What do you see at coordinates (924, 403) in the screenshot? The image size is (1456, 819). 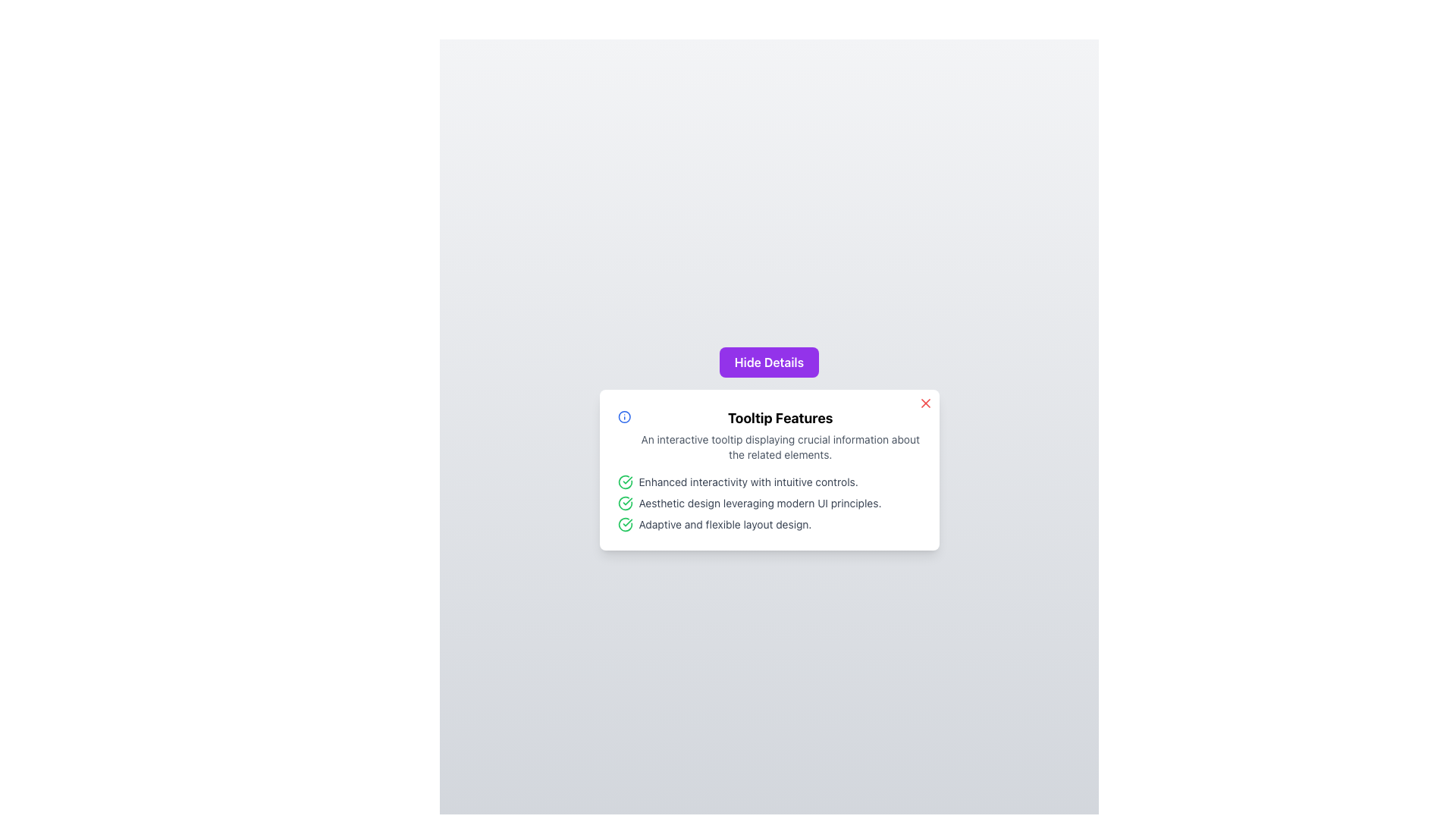 I see `the 'X' icon located at the top-right corner of the tooltip` at bounding box center [924, 403].